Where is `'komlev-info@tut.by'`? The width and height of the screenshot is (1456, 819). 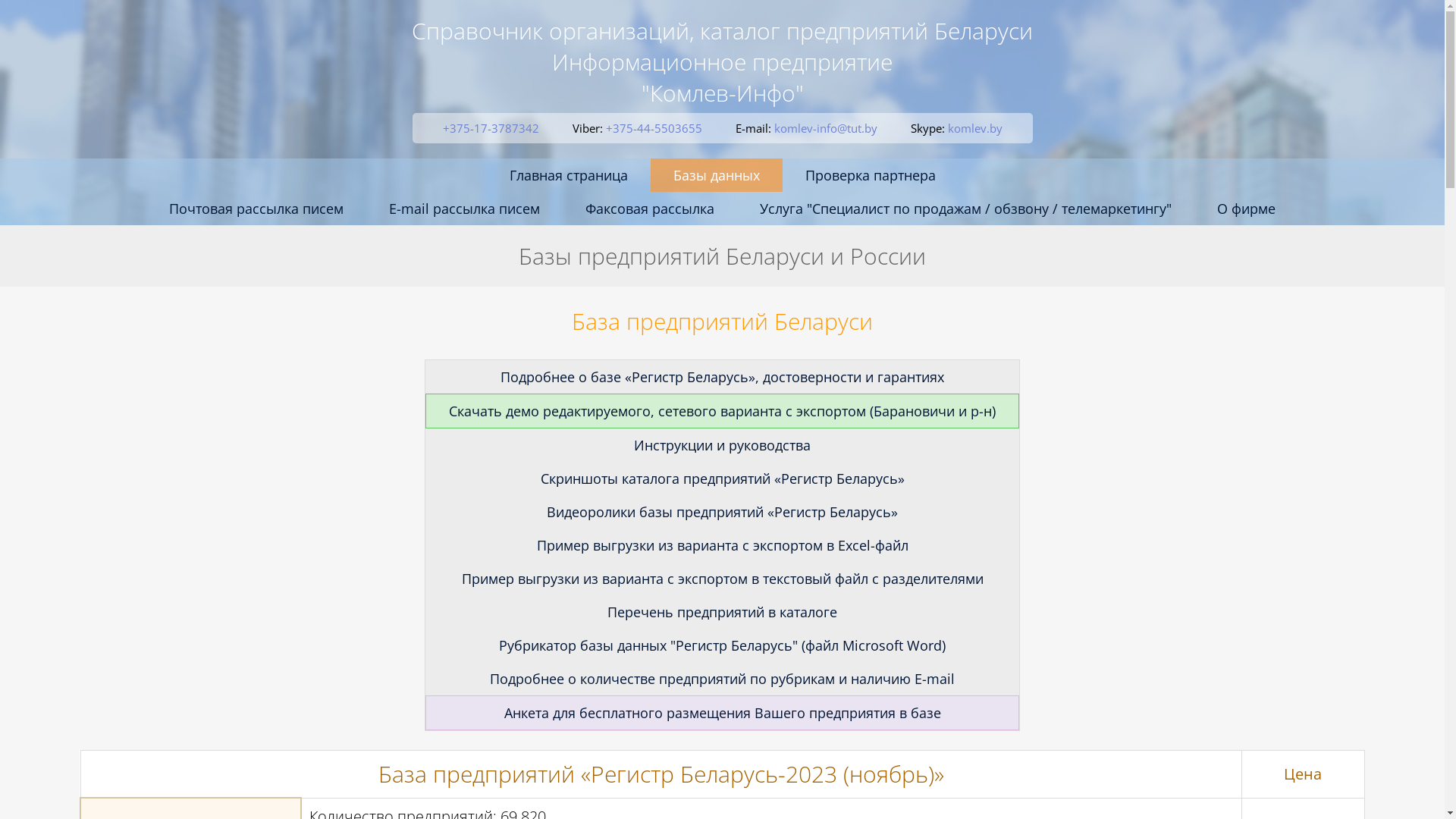 'komlev-info@tut.by' is located at coordinates (824, 127).